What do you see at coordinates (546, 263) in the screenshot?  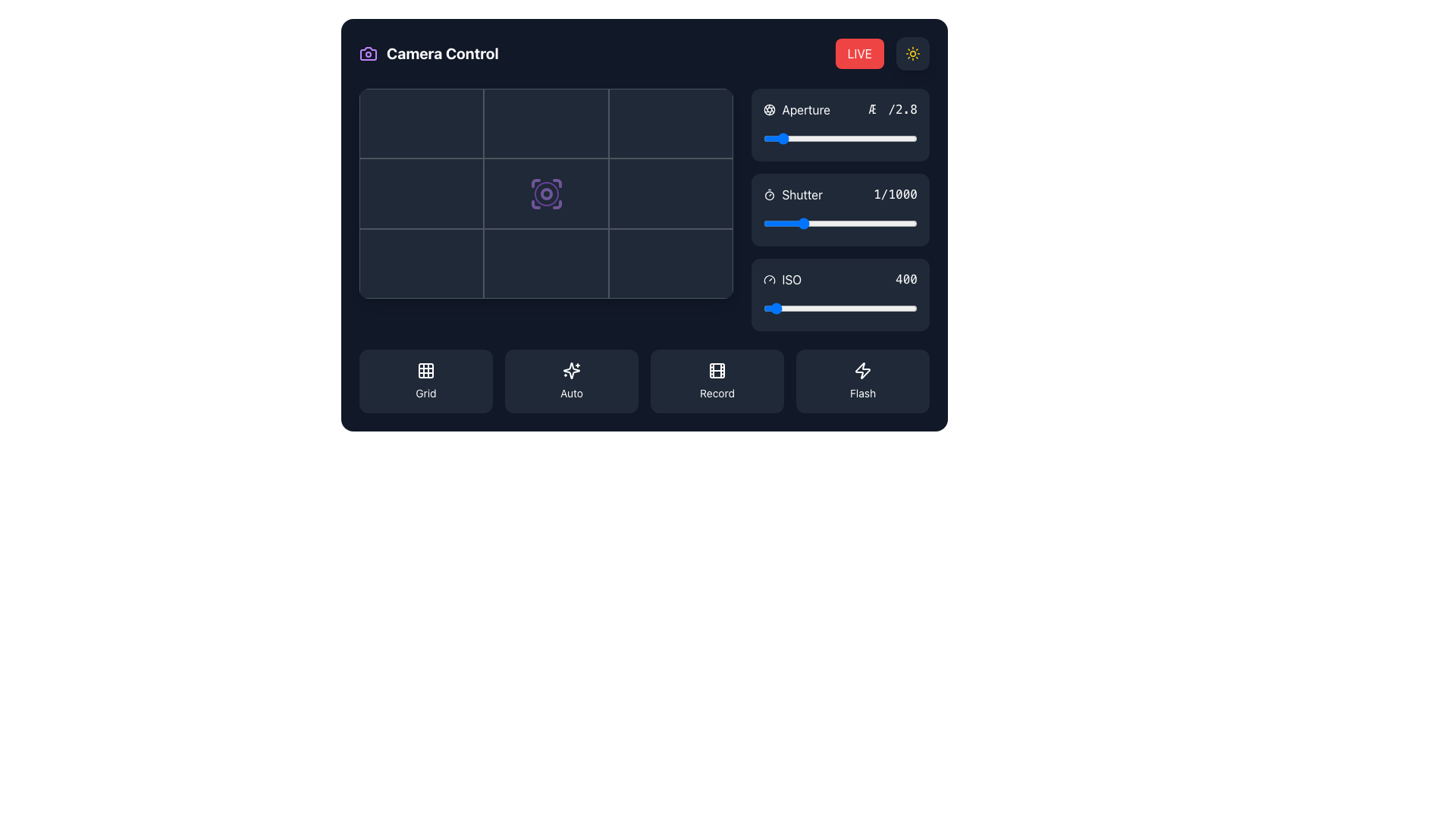 I see `the clickable grid cell located in the bottom-middle position of the grid layout` at bounding box center [546, 263].